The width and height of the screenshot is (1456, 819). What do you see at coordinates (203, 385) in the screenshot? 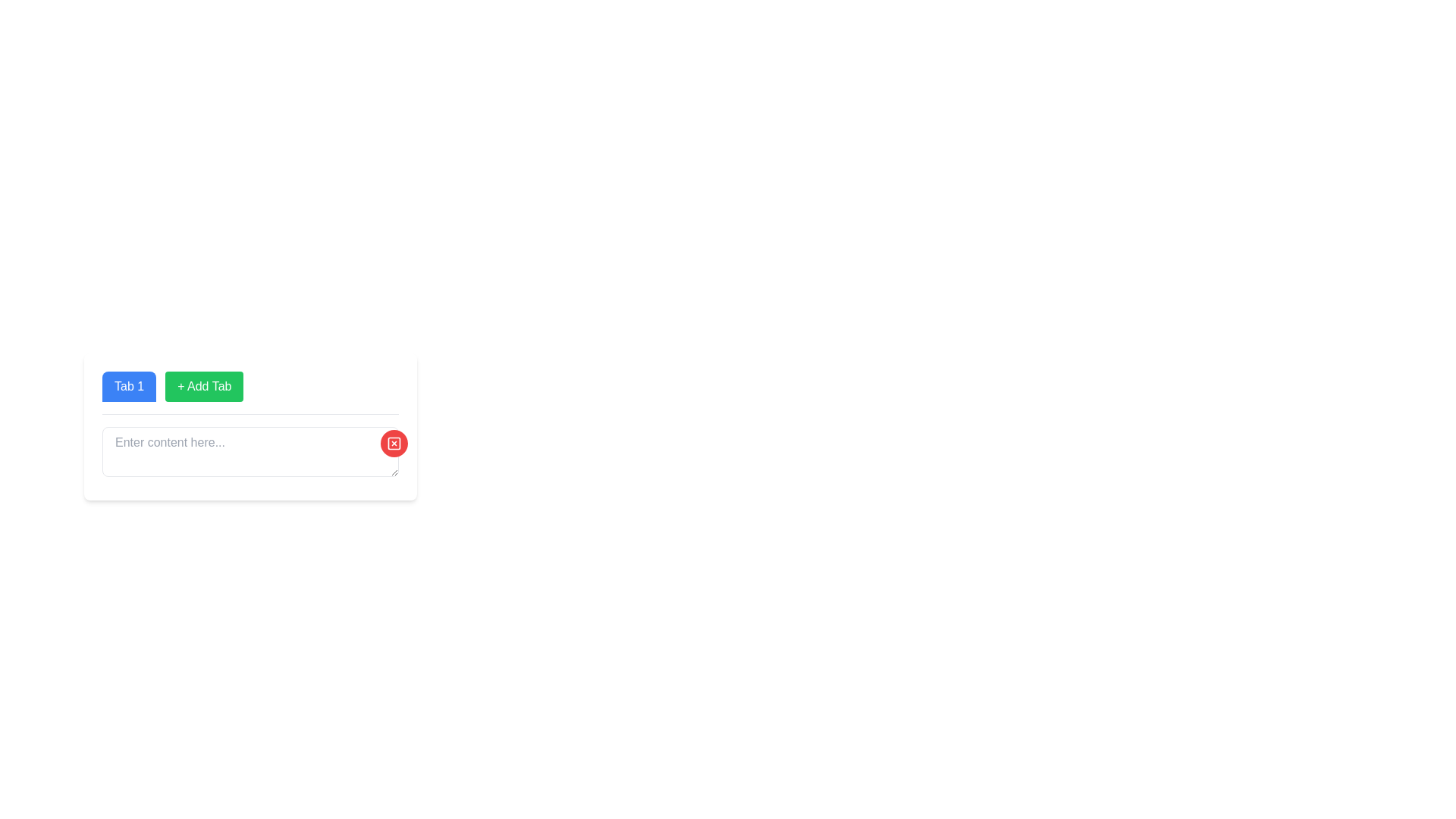
I see `the 'Add New Tab' button positioned to the right of the 'Tab 1' button` at bounding box center [203, 385].